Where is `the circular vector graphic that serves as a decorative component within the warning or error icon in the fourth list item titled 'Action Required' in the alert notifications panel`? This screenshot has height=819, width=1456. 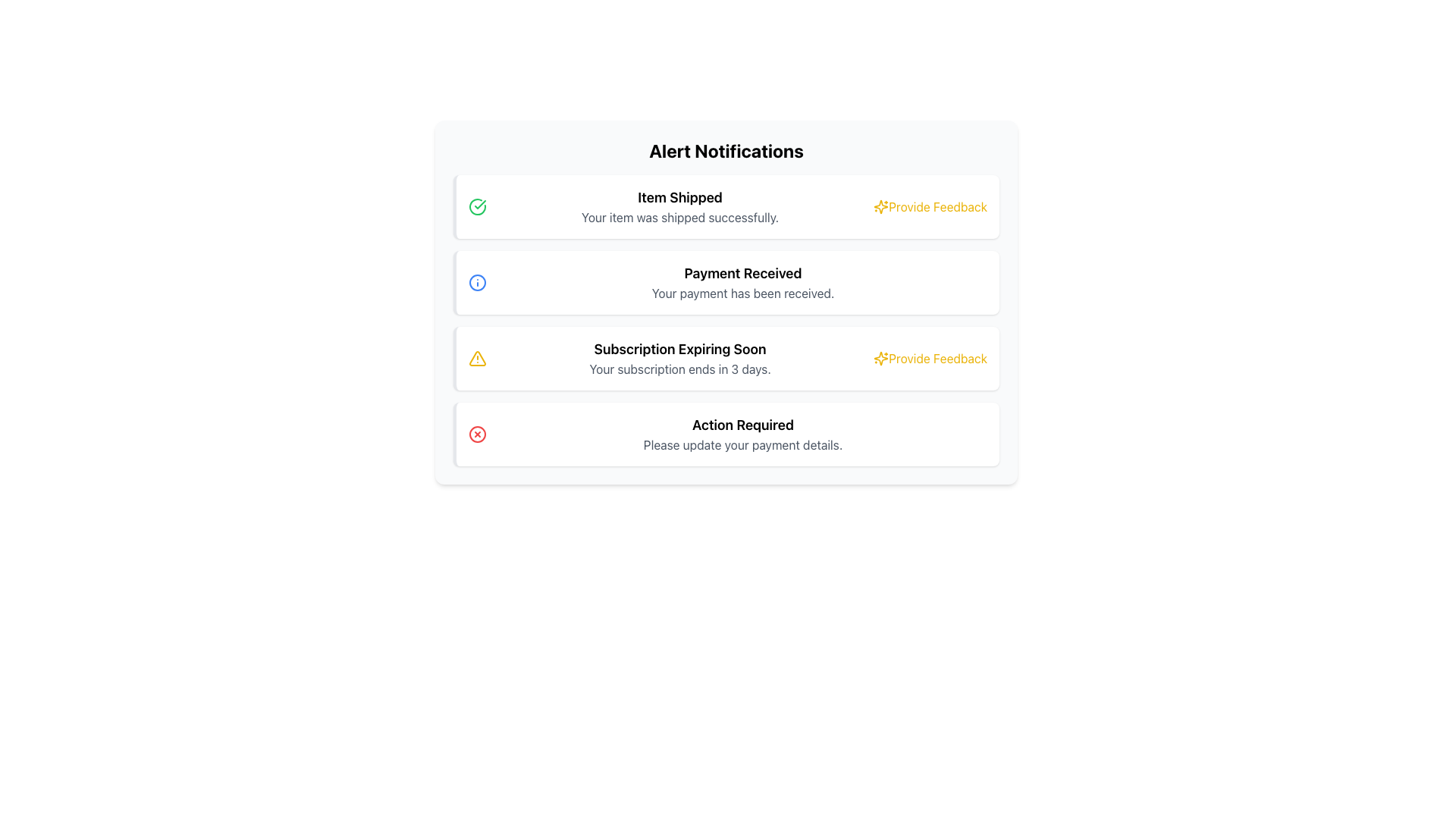 the circular vector graphic that serves as a decorative component within the warning or error icon in the fourth list item titled 'Action Required' in the alert notifications panel is located at coordinates (476, 435).